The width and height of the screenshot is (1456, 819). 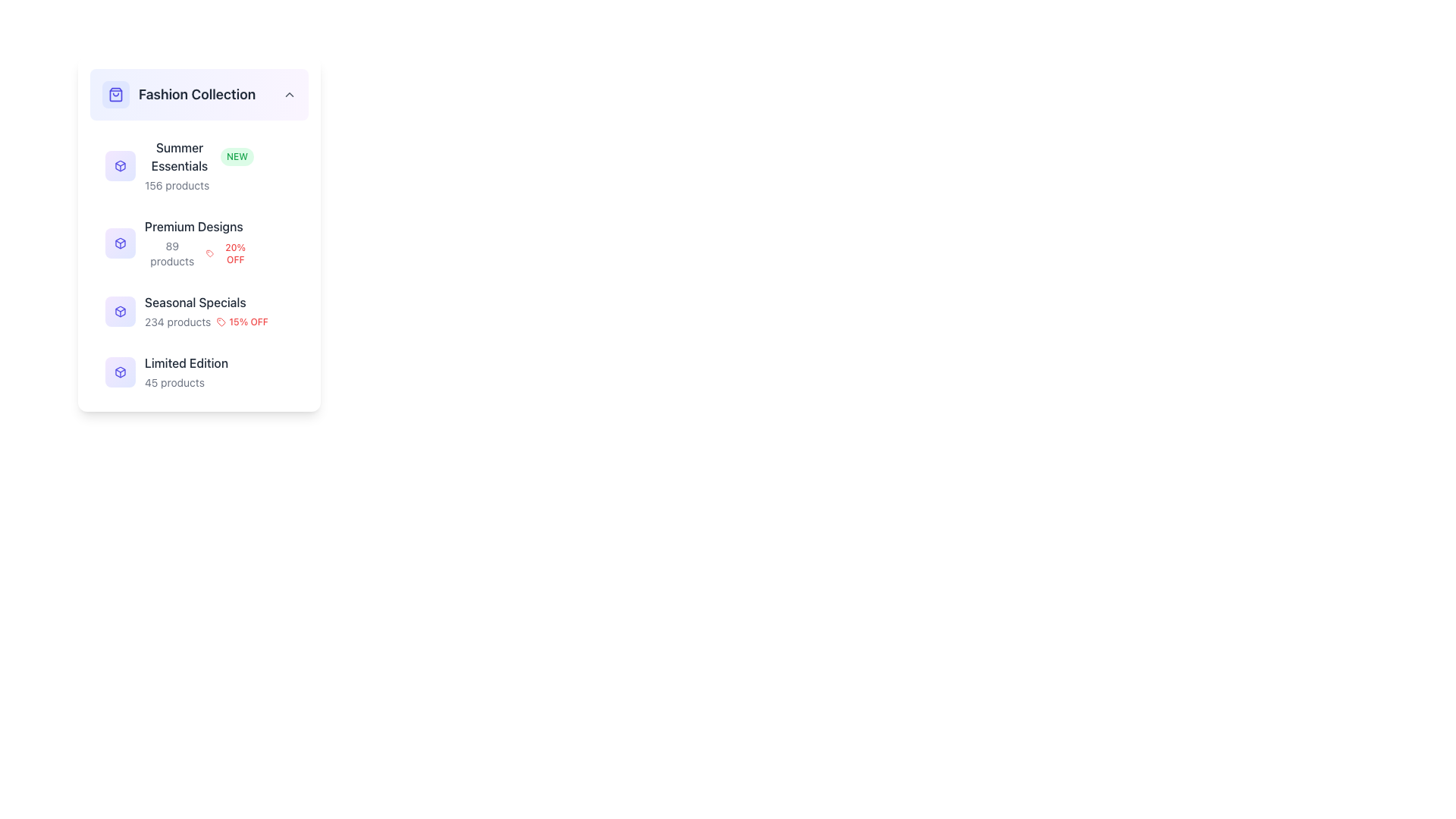 What do you see at coordinates (193, 227) in the screenshot?
I see `the text label displaying 'Premium Designs', which is part of the 'Fashion Collection' group in the vertical sidebar menu, positioned between 'Summer Essentials' and 'Seasonal Specials'` at bounding box center [193, 227].